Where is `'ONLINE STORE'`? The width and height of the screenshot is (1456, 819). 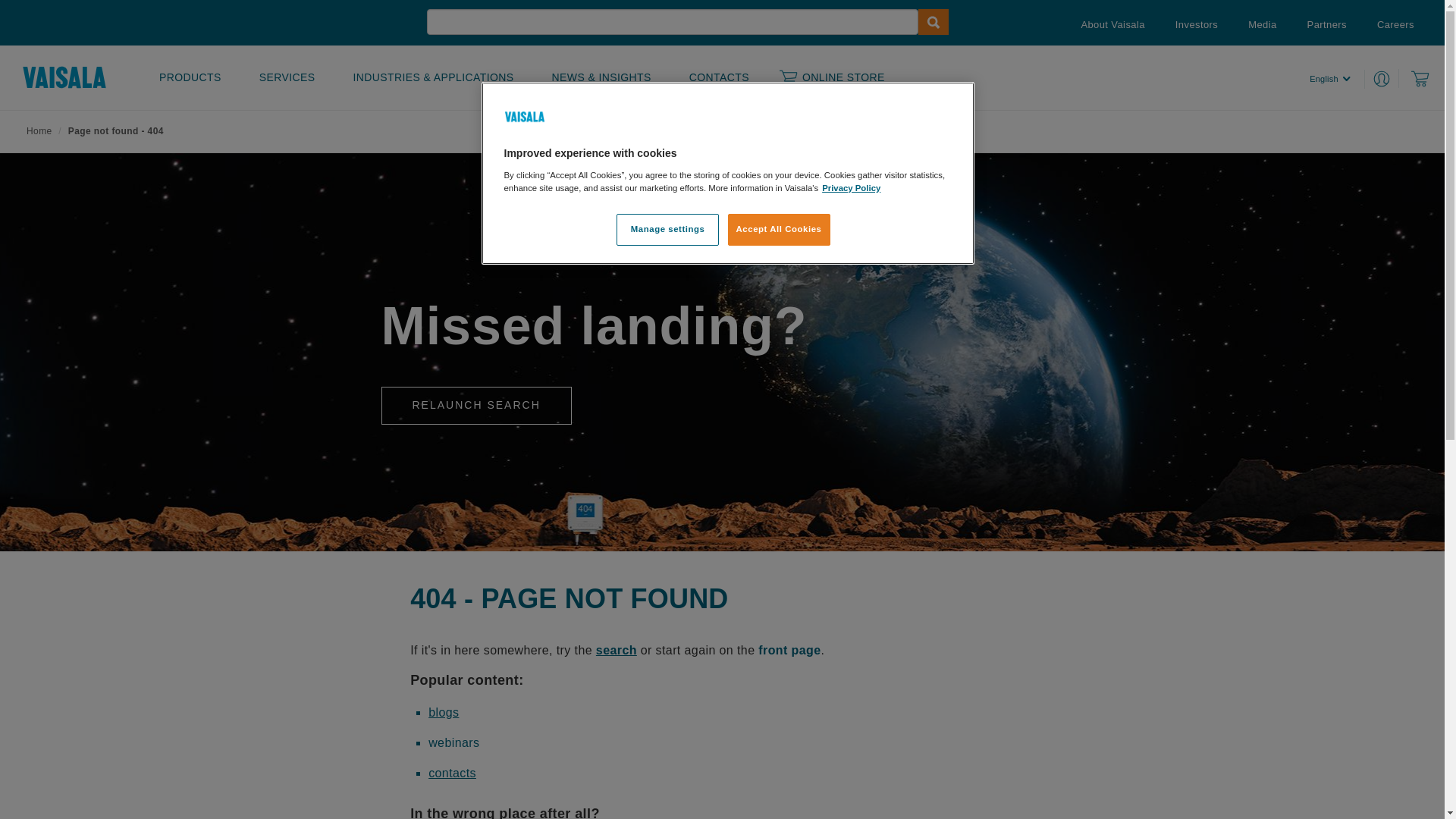 'ONLINE STORE' is located at coordinates (831, 77).